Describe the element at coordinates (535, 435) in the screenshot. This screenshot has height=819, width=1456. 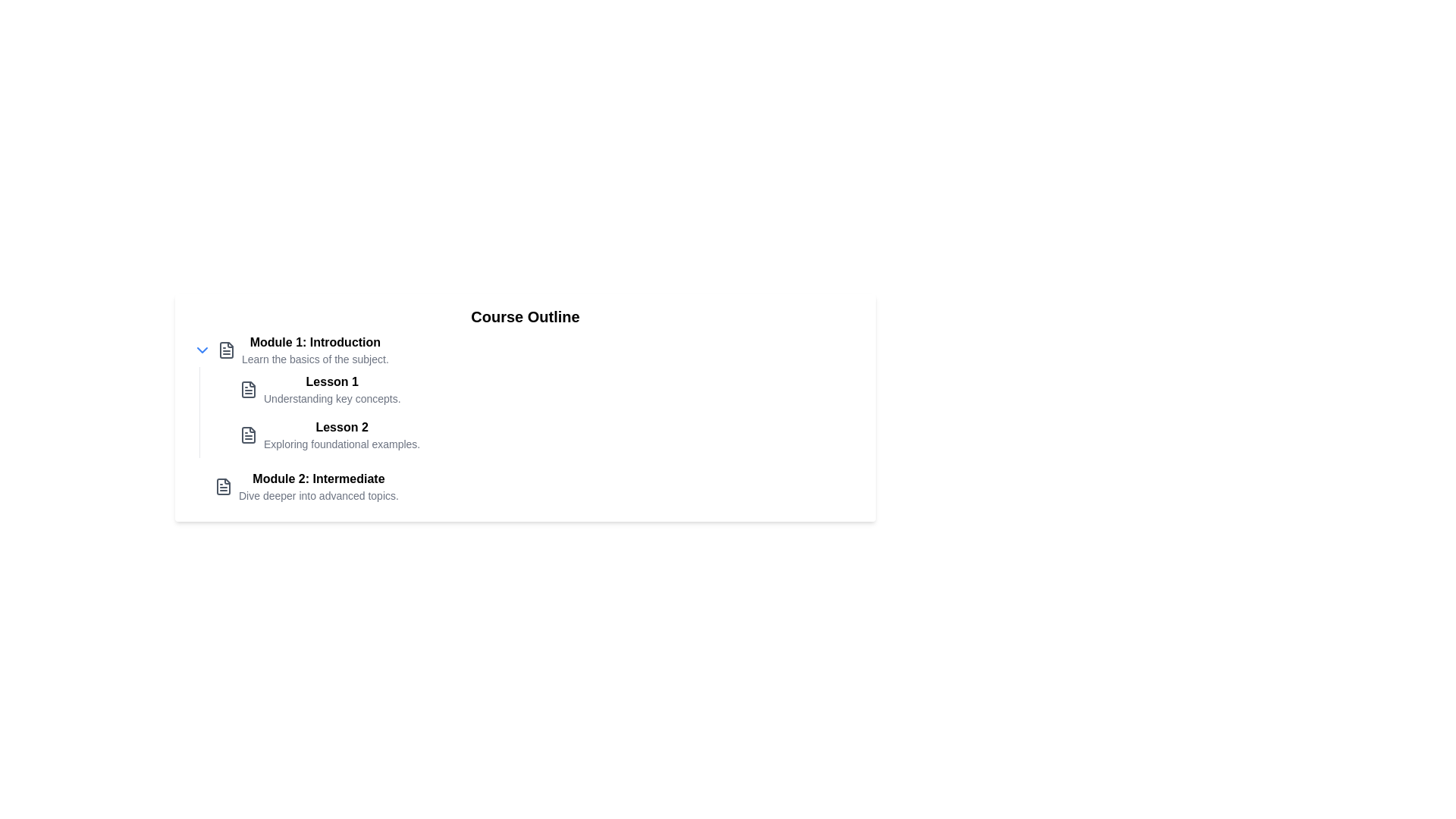
I see `the List item titled 'Lesson 2' with the description 'Exploring foundational examples.'` at that location.